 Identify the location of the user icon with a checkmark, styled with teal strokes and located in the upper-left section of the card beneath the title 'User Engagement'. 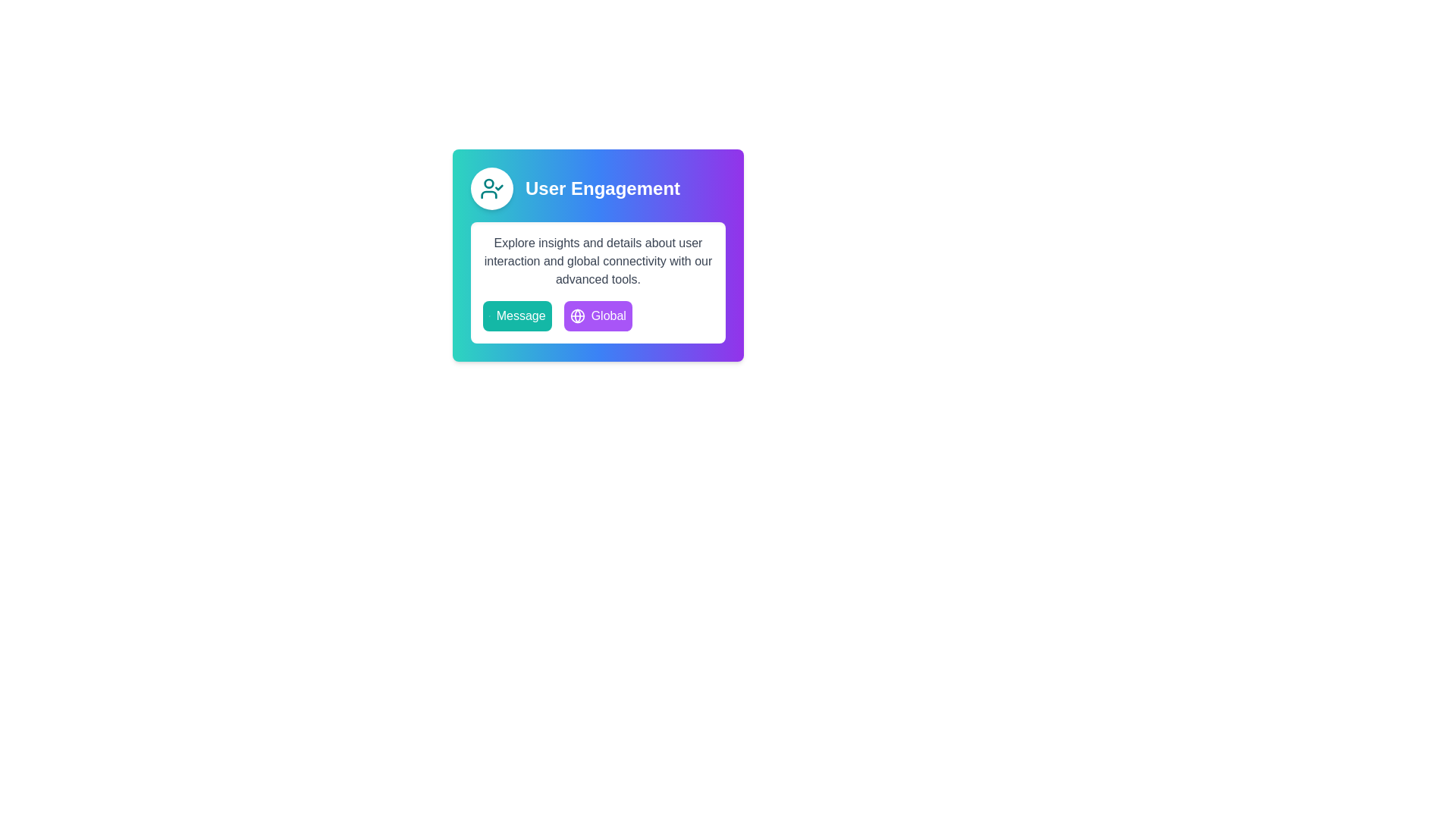
(491, 188).